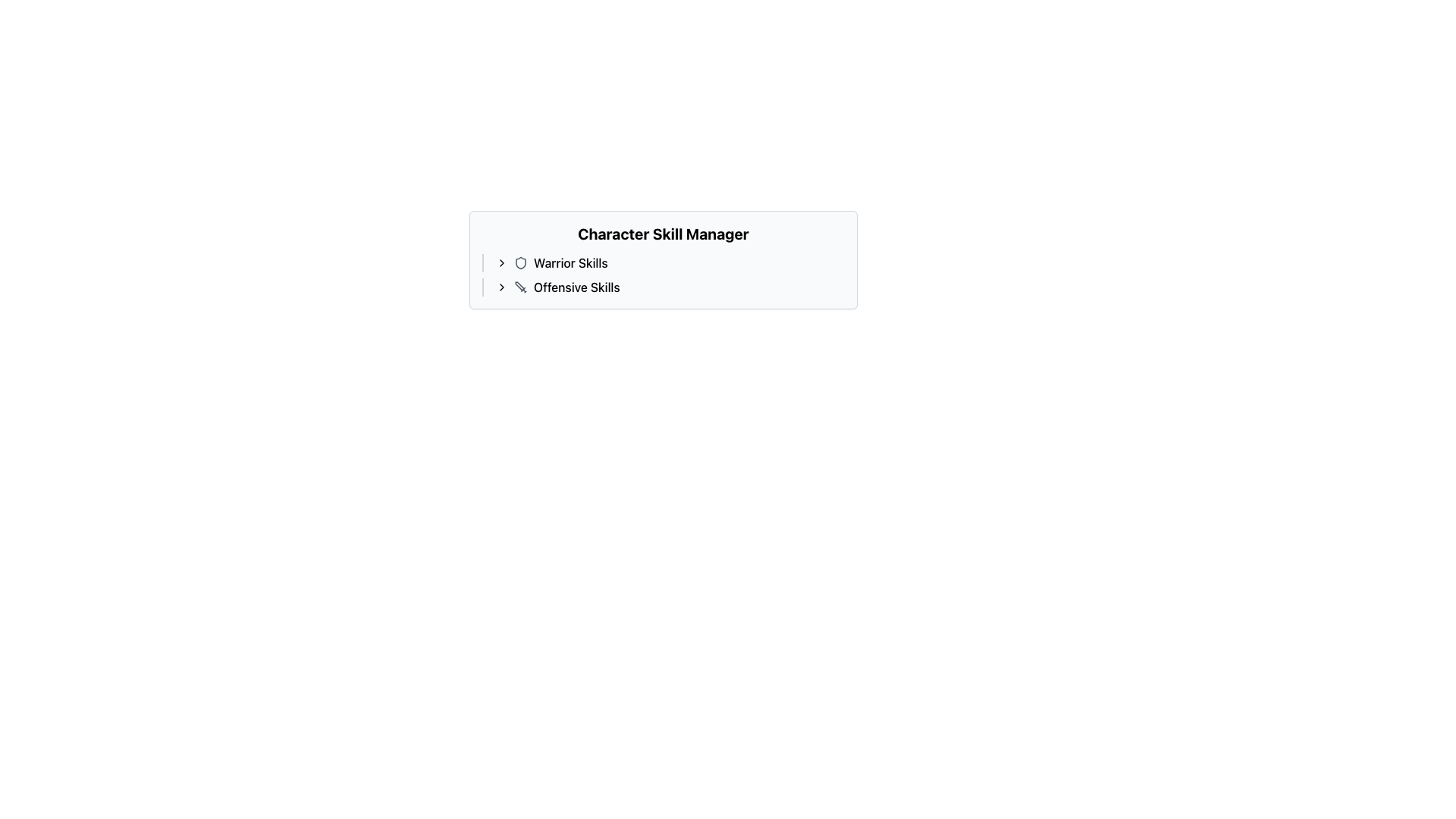 This screenshot has height=819, width=1456. What do you see at coordinates (663, 275) in the screenshot?
I see `the 'Warrior Skills' or 'Offensive Skills' item` at bounding box center [663, 275].